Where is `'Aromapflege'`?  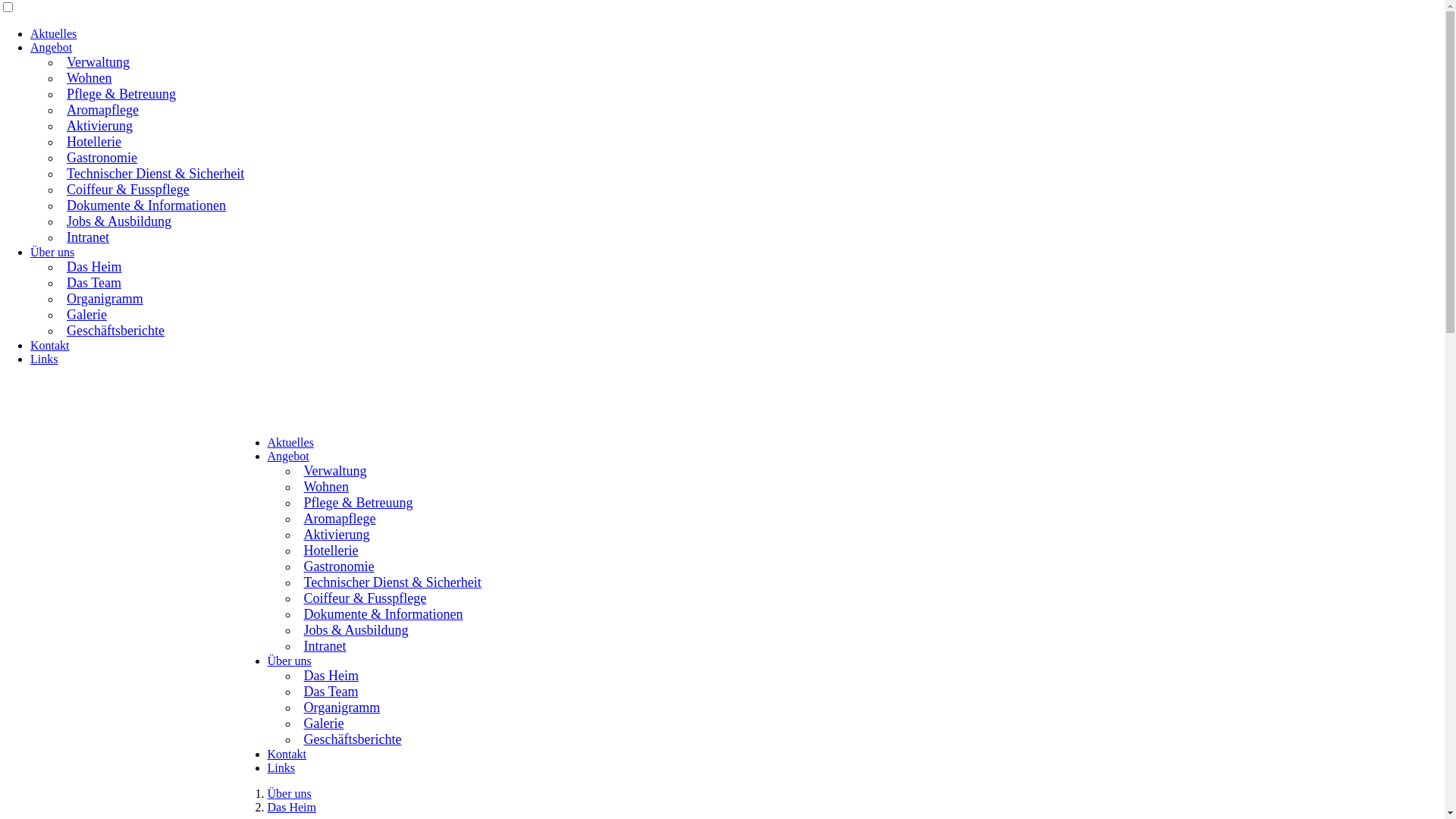 'Aromapflege' is located at coordinates (337, 516).